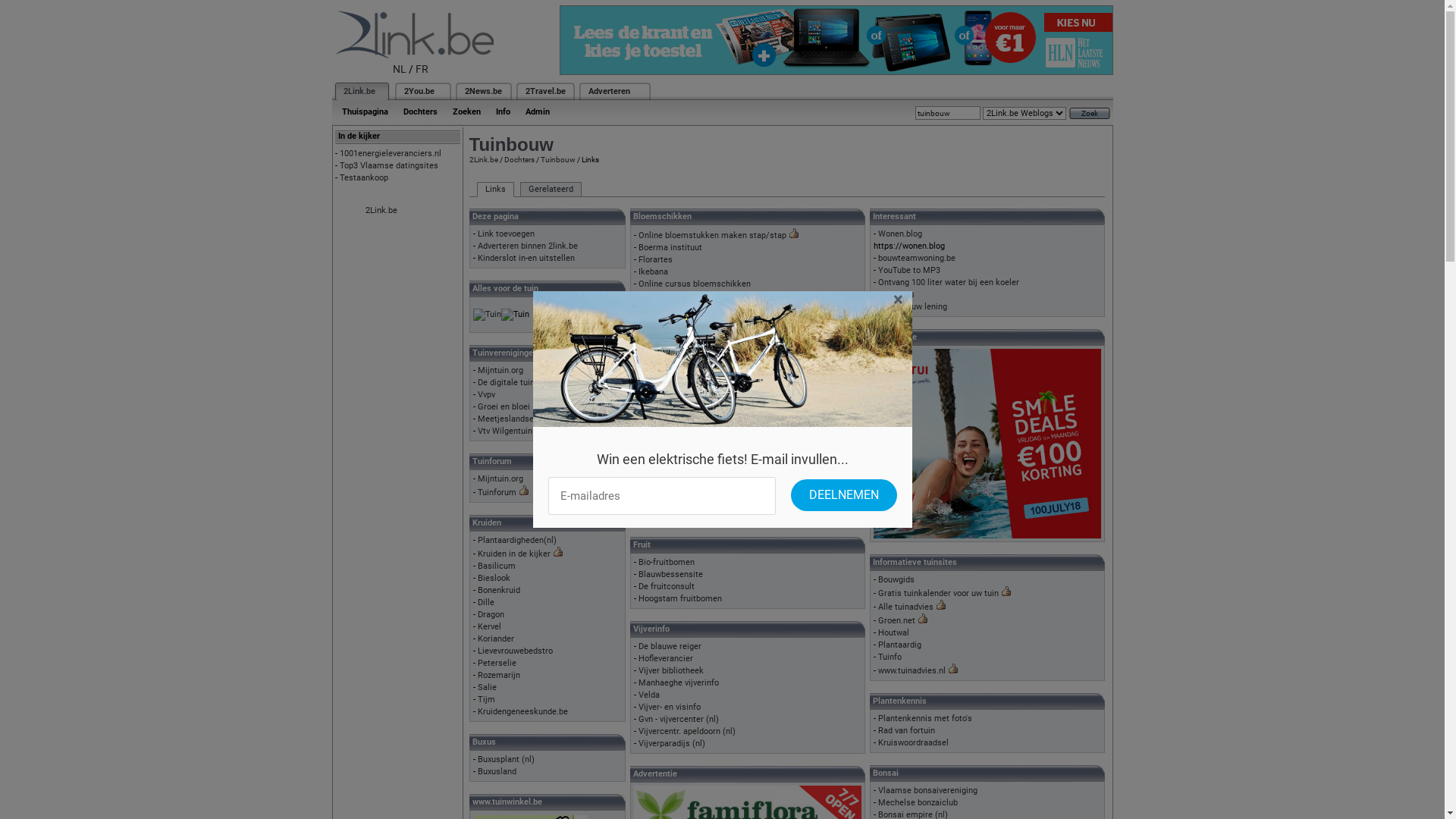 This screenshot has height=819, width=1456. Describe the element at coordinates (506, 759) in the screenshot. I see `'Buxusplant (nl)'` at that location.